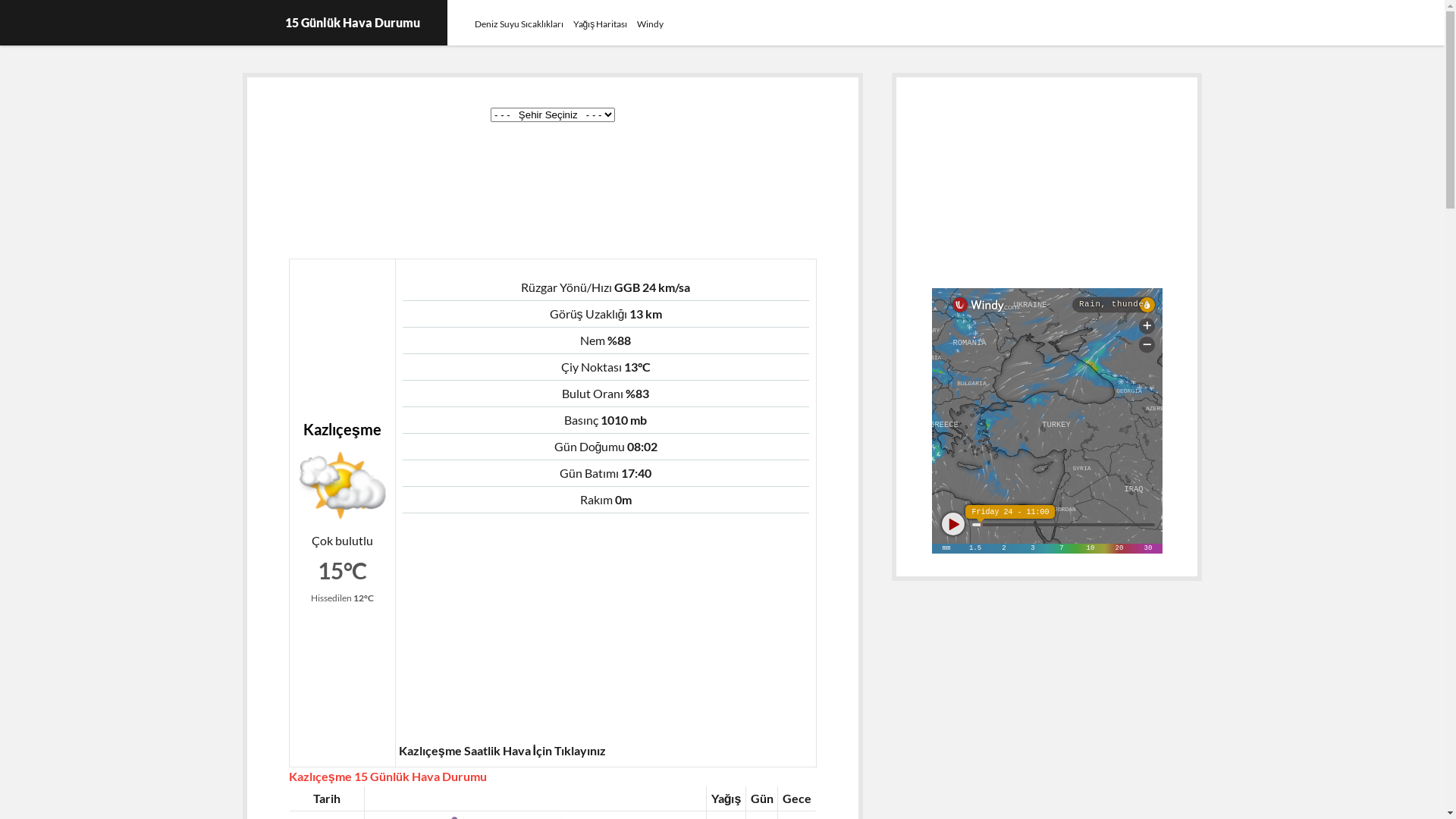 Image resolution: width=1456 pixels, height=819 pixels. I want to click on 'Windy', so click(650, 24).